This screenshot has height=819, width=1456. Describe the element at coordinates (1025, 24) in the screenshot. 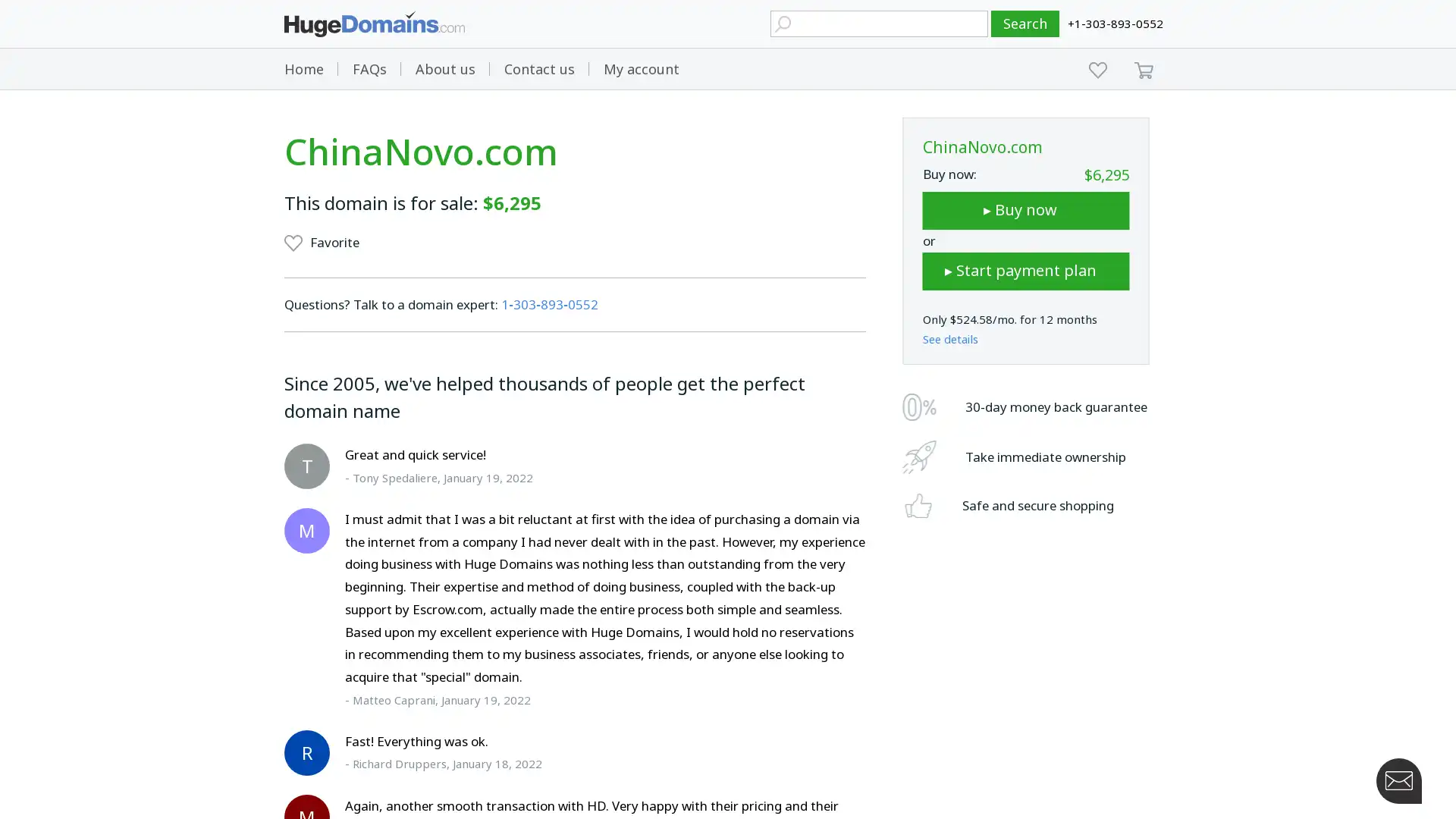

I see `Search` at that location.